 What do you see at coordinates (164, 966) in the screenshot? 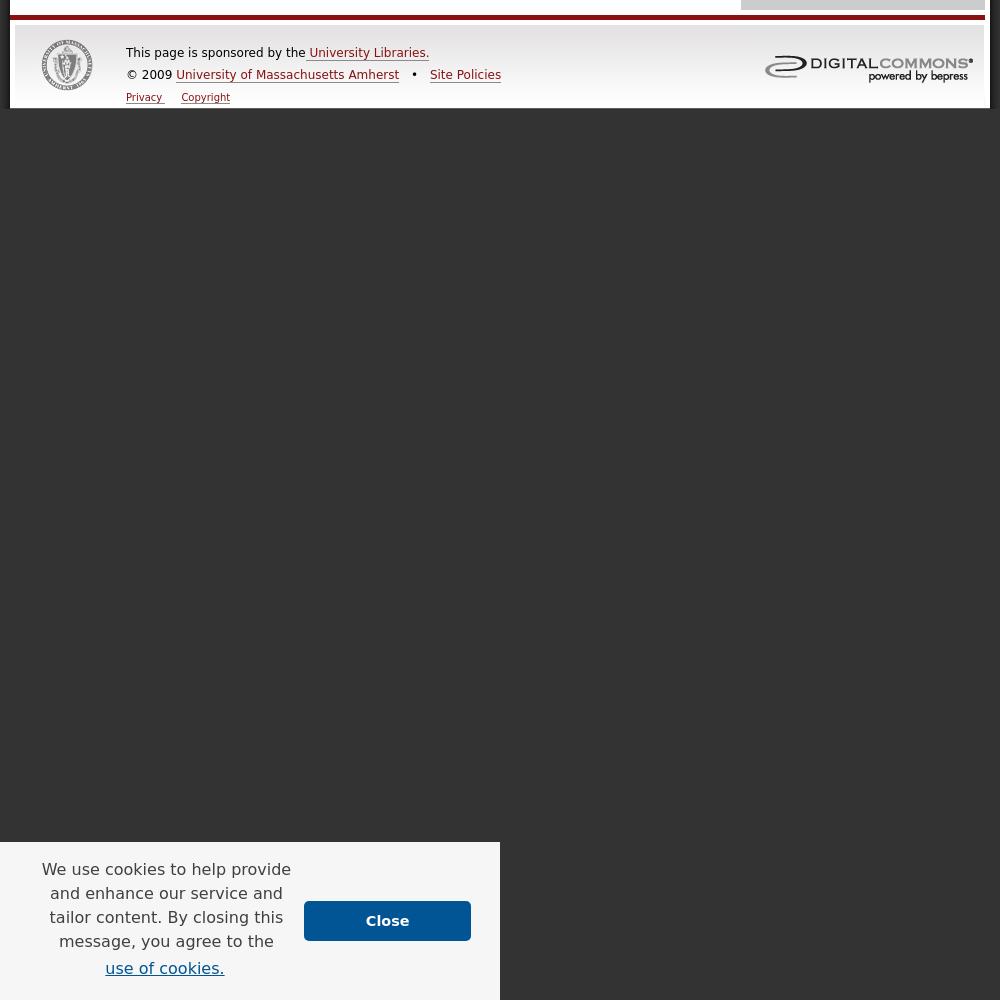
I see `'use of cookies.'` at bounding box center [164, 966].